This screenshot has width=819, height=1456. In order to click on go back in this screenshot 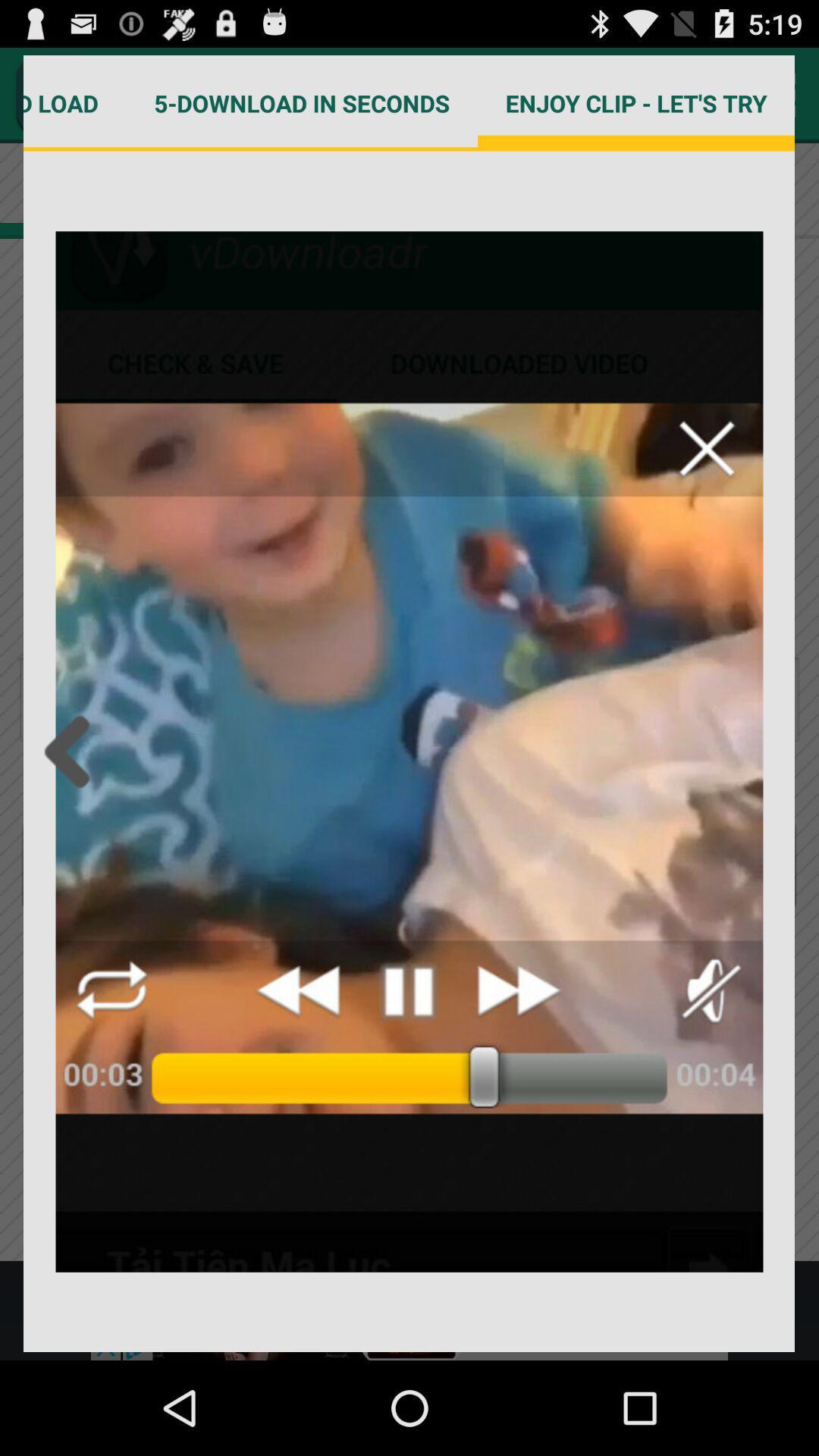, I will do `click(71, 752)`.